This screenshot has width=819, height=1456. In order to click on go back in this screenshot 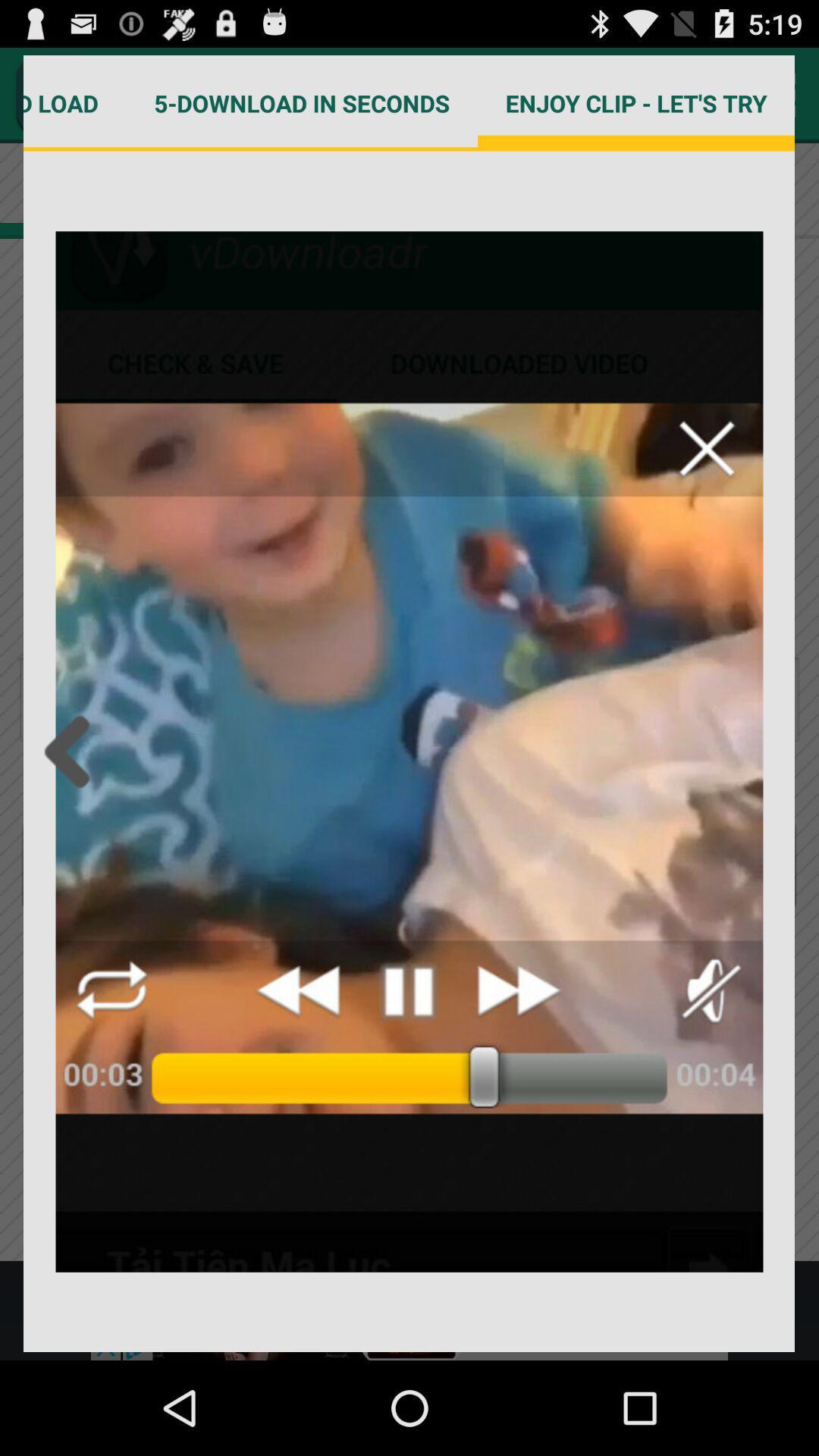, I will do `click(71, 752)`.